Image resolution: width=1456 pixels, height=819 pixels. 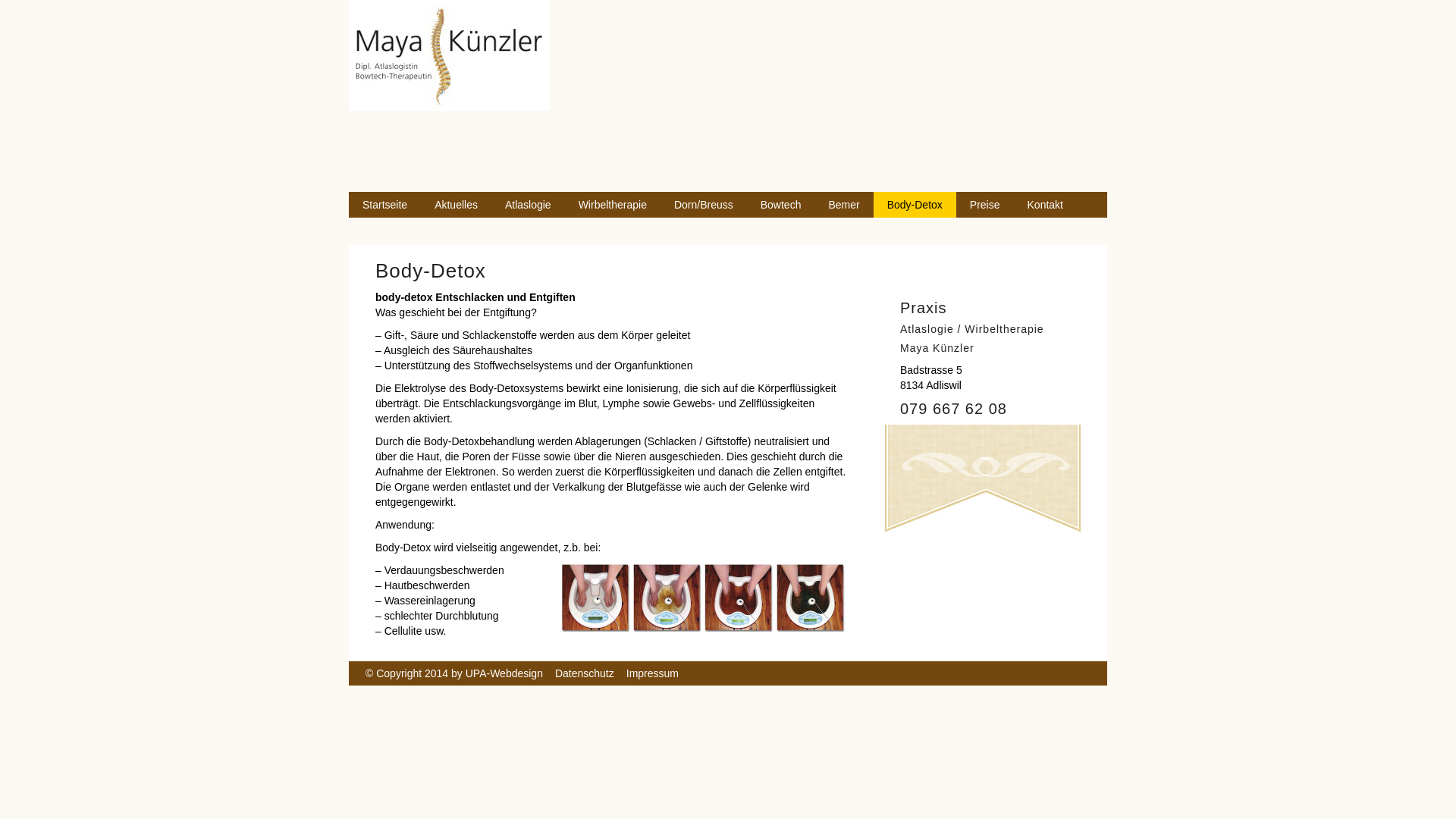 What do you see at coordinates (584, 672) in the screenshot?
I see `'Datenschutz'` at bounding box center [584, 672].